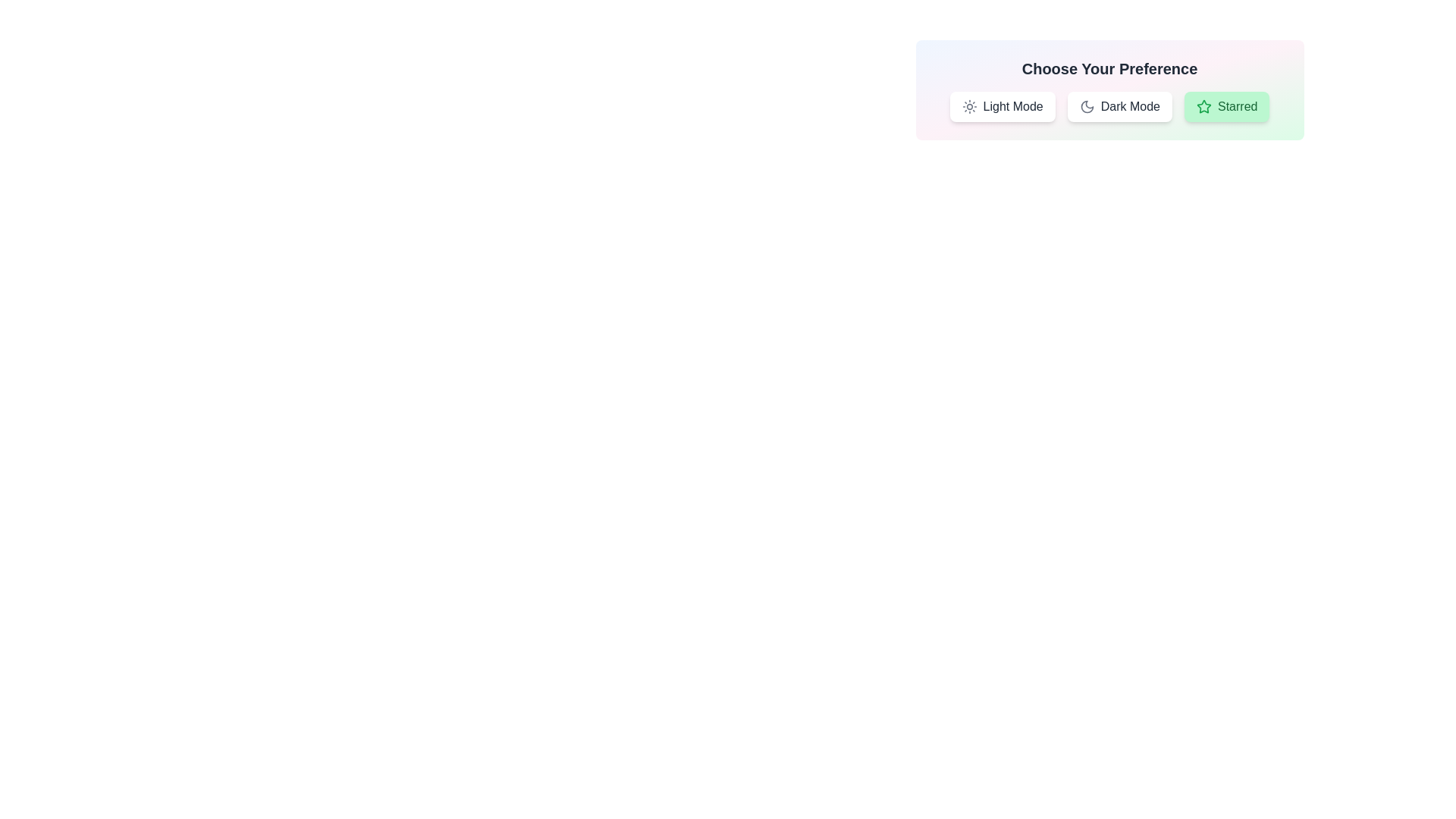 The width and height of the screenshot is (1456, 819). Describe the element at coordinates (1120, 106) in the screenshot. I see `the chip labeled Dark Mode` at that location.